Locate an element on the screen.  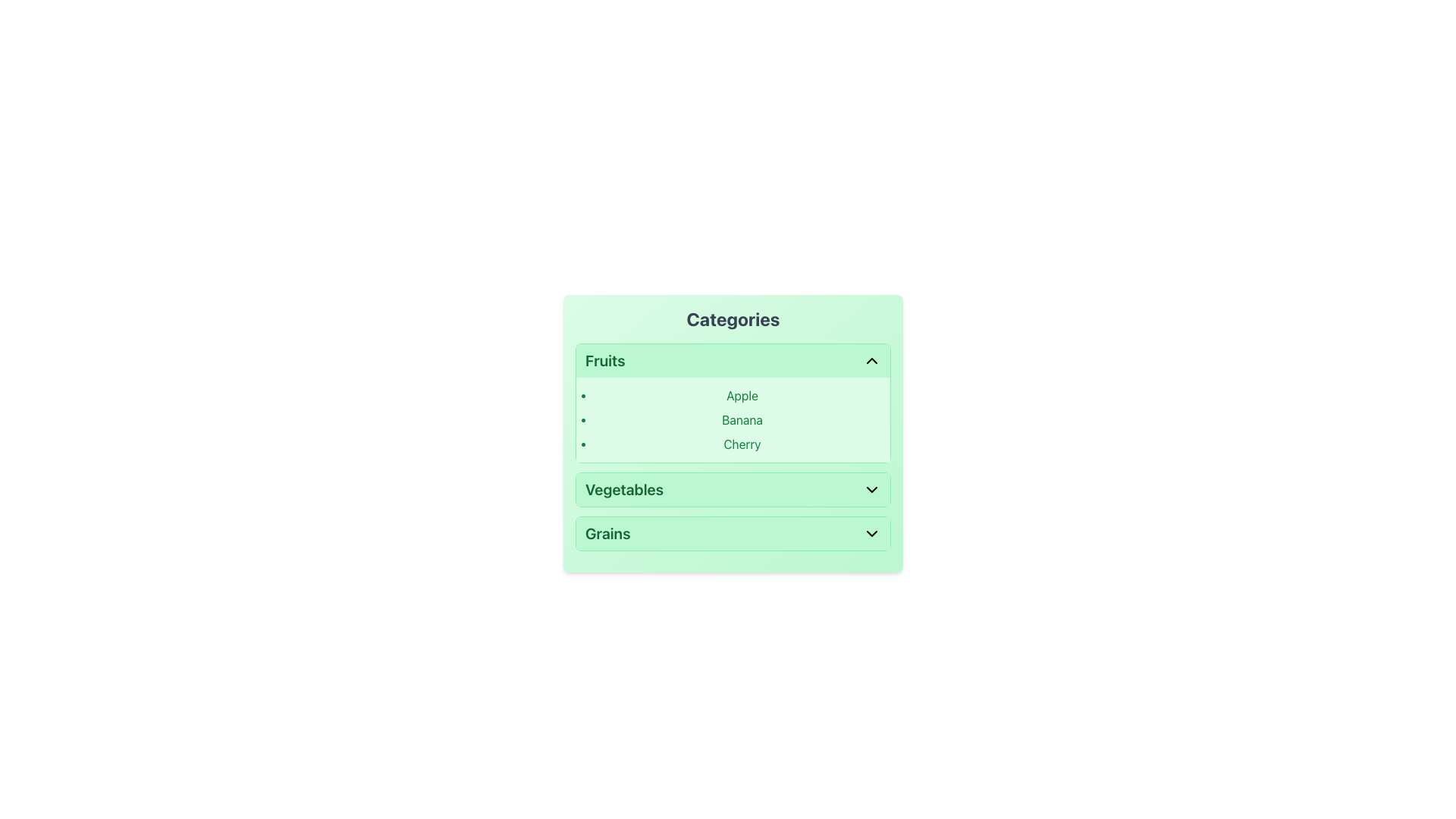
the text label displaying 'Banana' in green, which is the second item in a vertical list of fruits is located at coordinates (742, 420).